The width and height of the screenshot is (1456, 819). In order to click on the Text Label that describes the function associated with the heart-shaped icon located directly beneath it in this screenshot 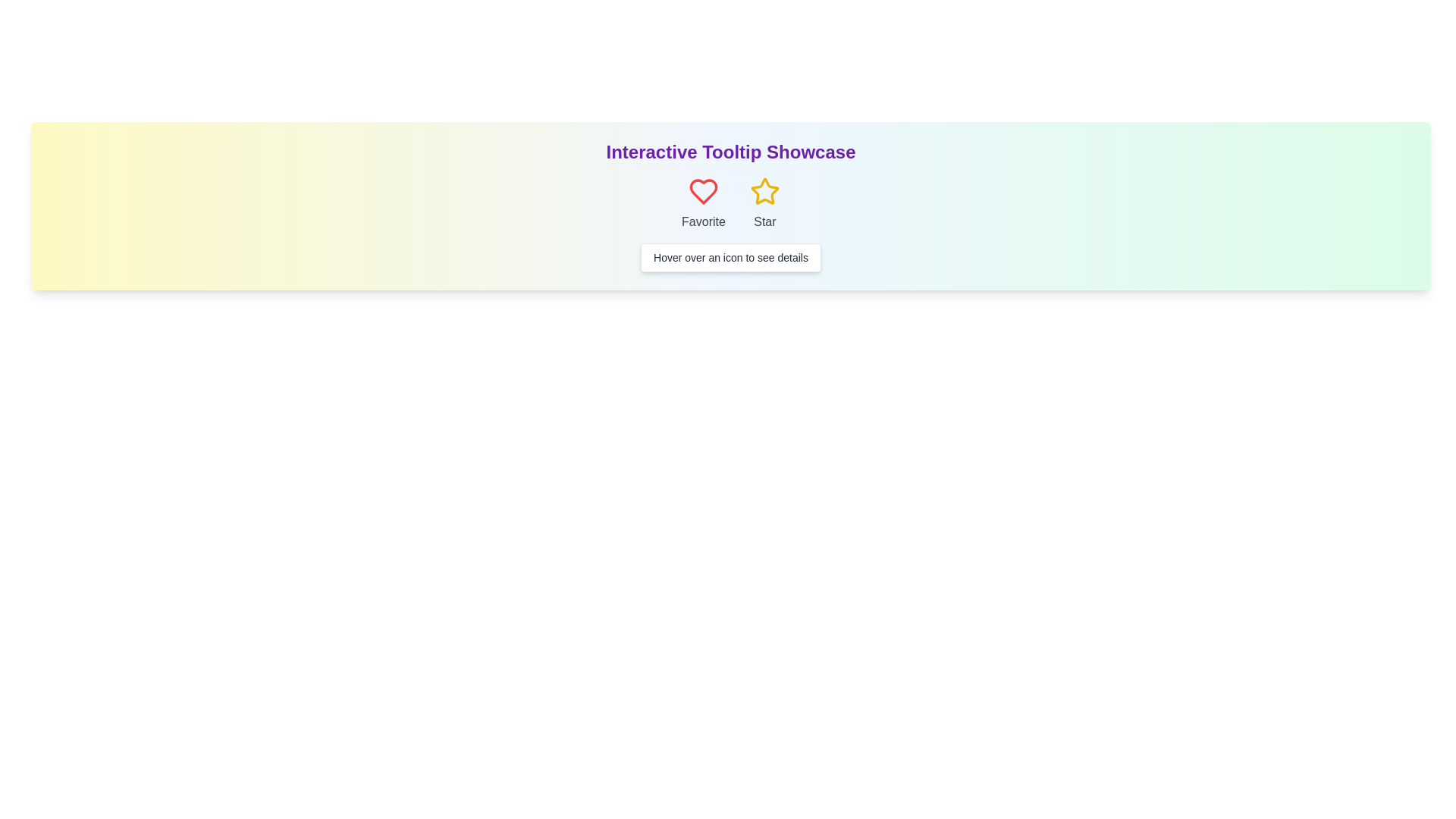, I will do `click(702, 222)`.